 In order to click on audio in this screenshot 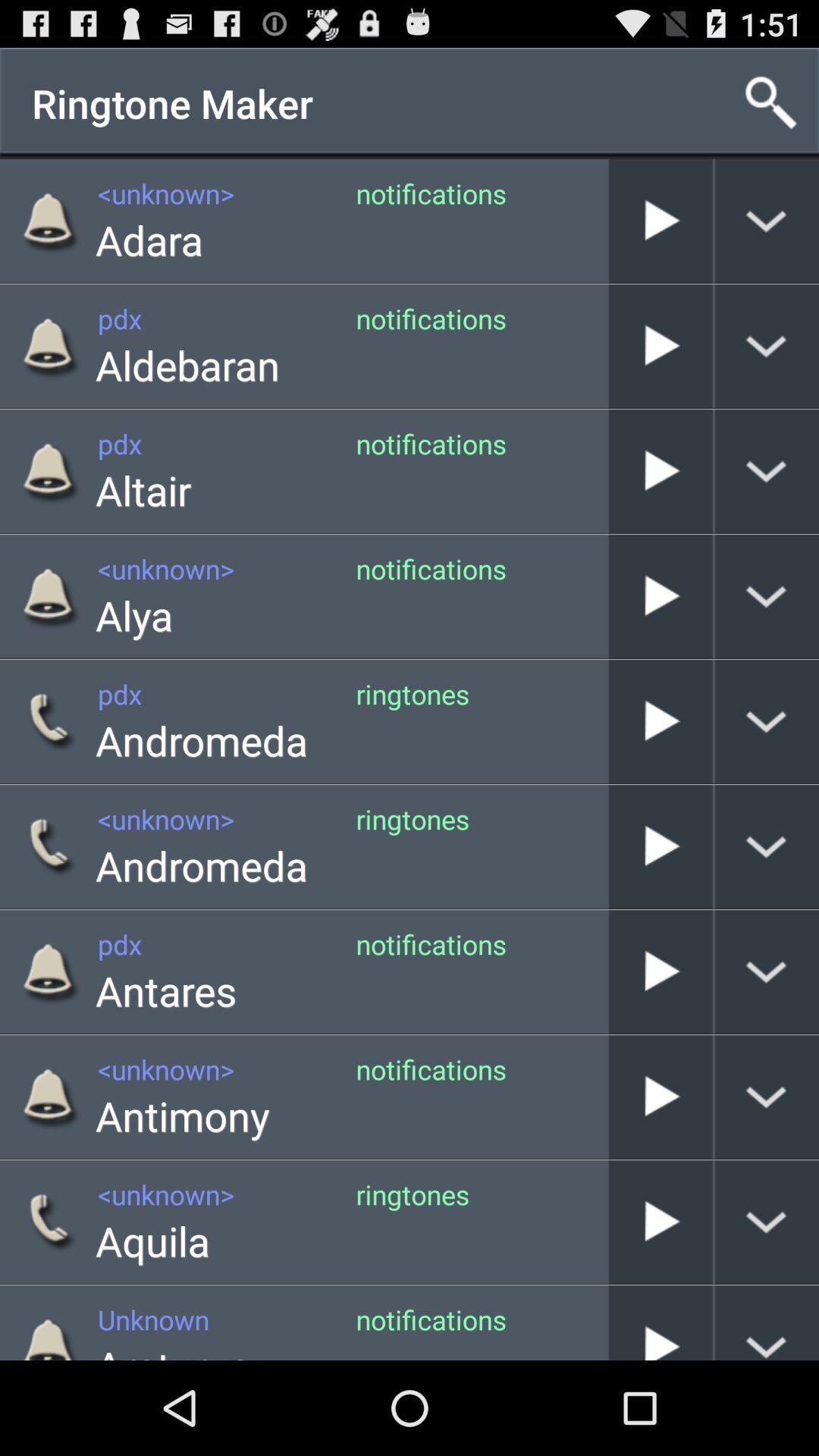, I will do `click(660, 1322)`.